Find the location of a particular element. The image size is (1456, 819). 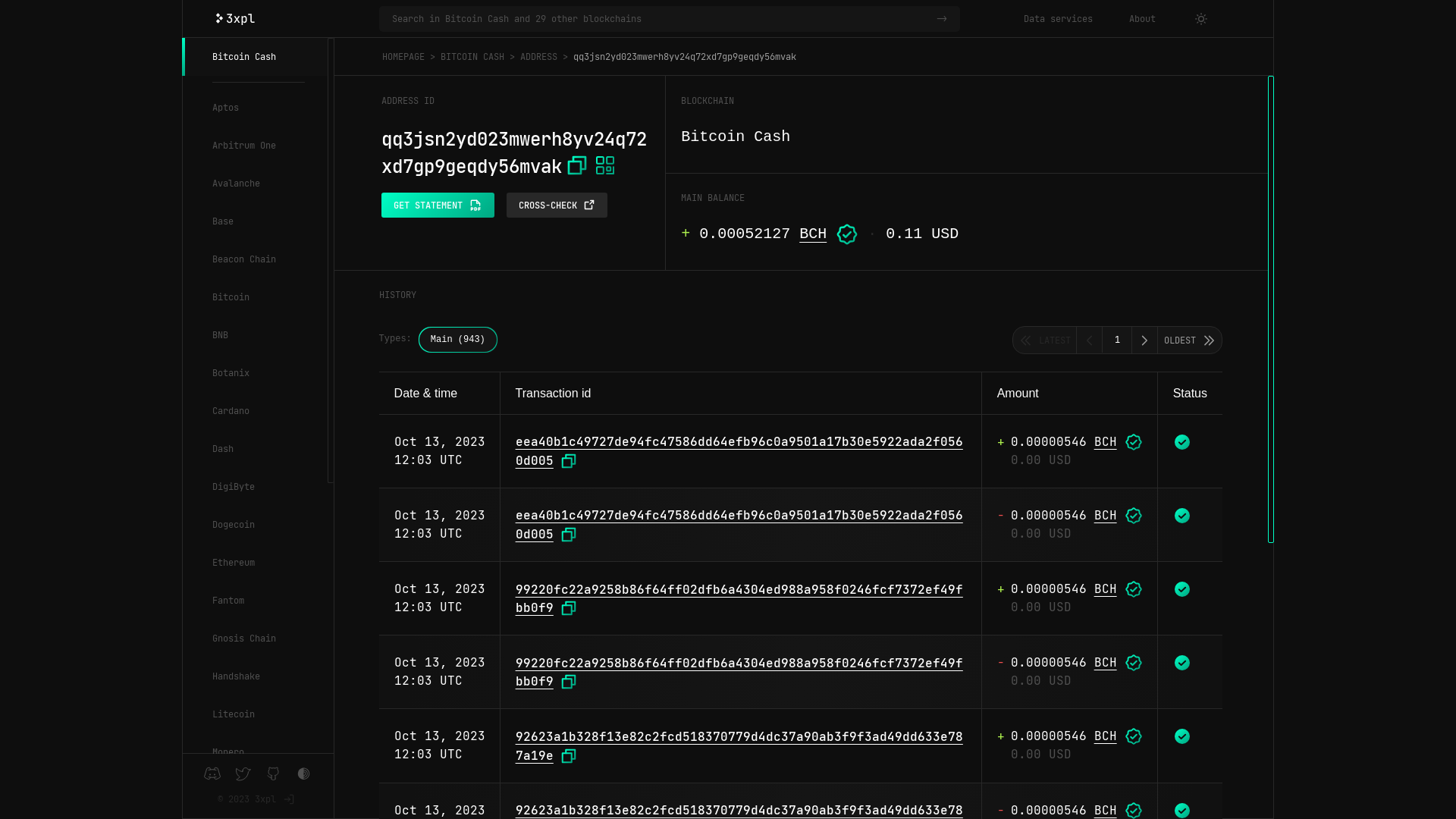

'Aptos' is located at coordinates (255, 107).